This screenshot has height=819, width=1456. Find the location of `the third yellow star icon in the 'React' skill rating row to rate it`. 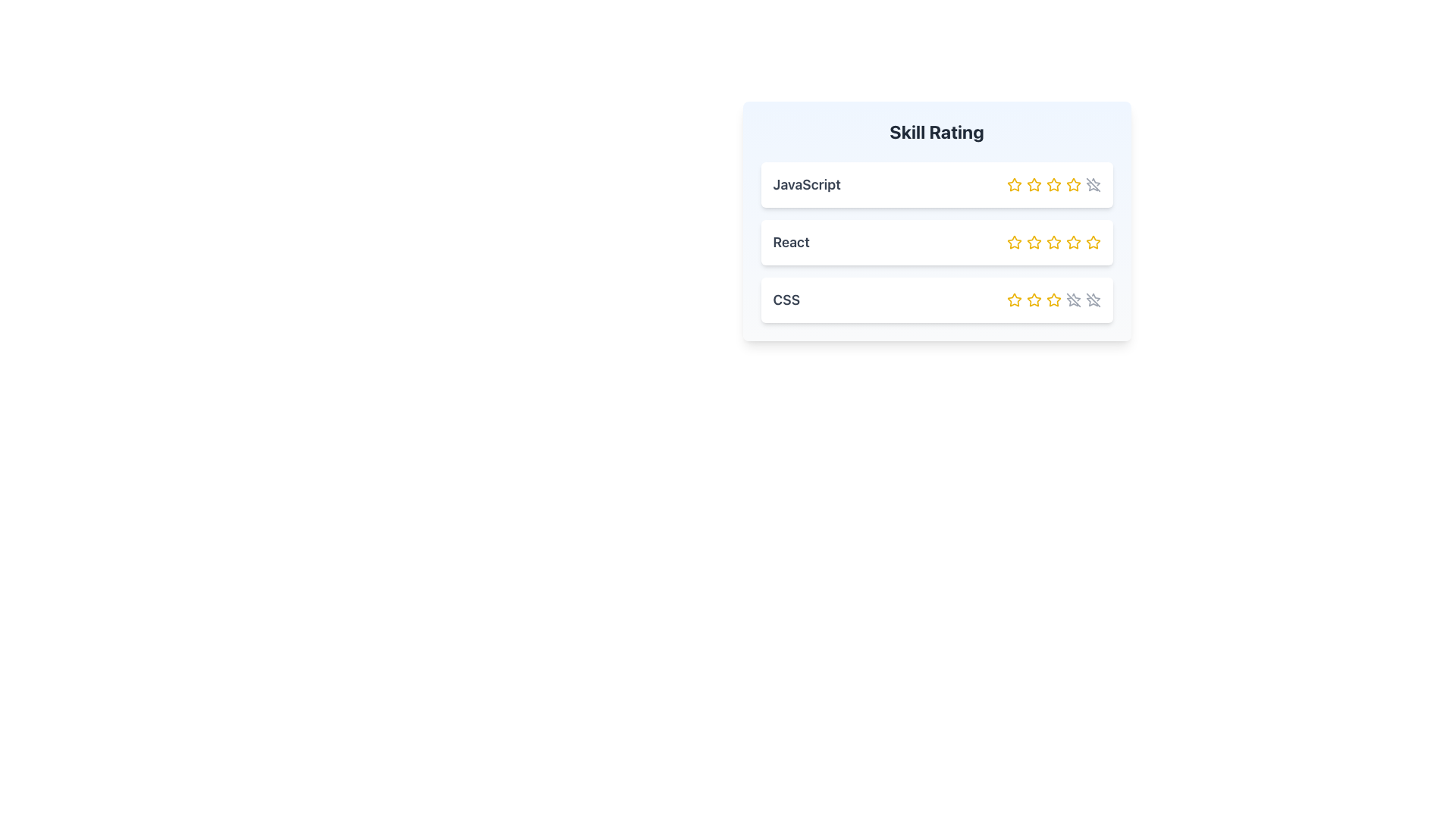

the third yellow star icon in the 'React' skill rating row to rate it is located at coordinates (1072, 241).